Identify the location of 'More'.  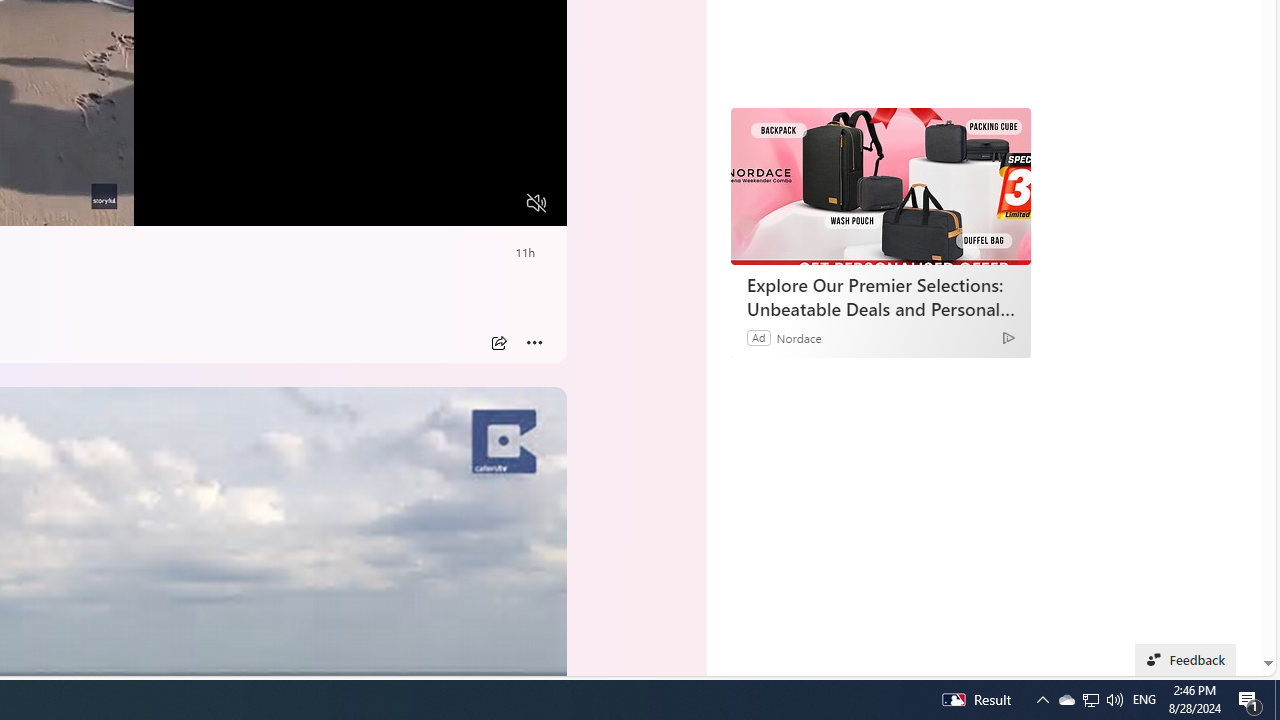
(534, 342).